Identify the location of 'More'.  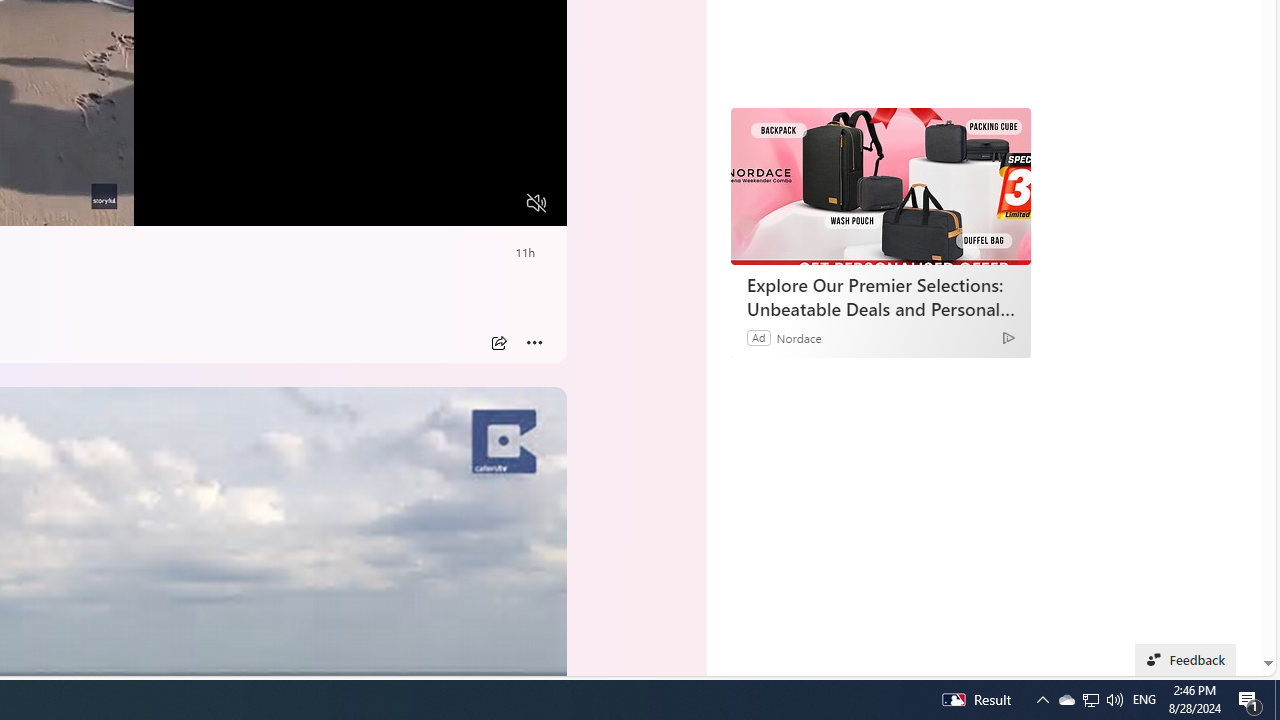
(534, 342).